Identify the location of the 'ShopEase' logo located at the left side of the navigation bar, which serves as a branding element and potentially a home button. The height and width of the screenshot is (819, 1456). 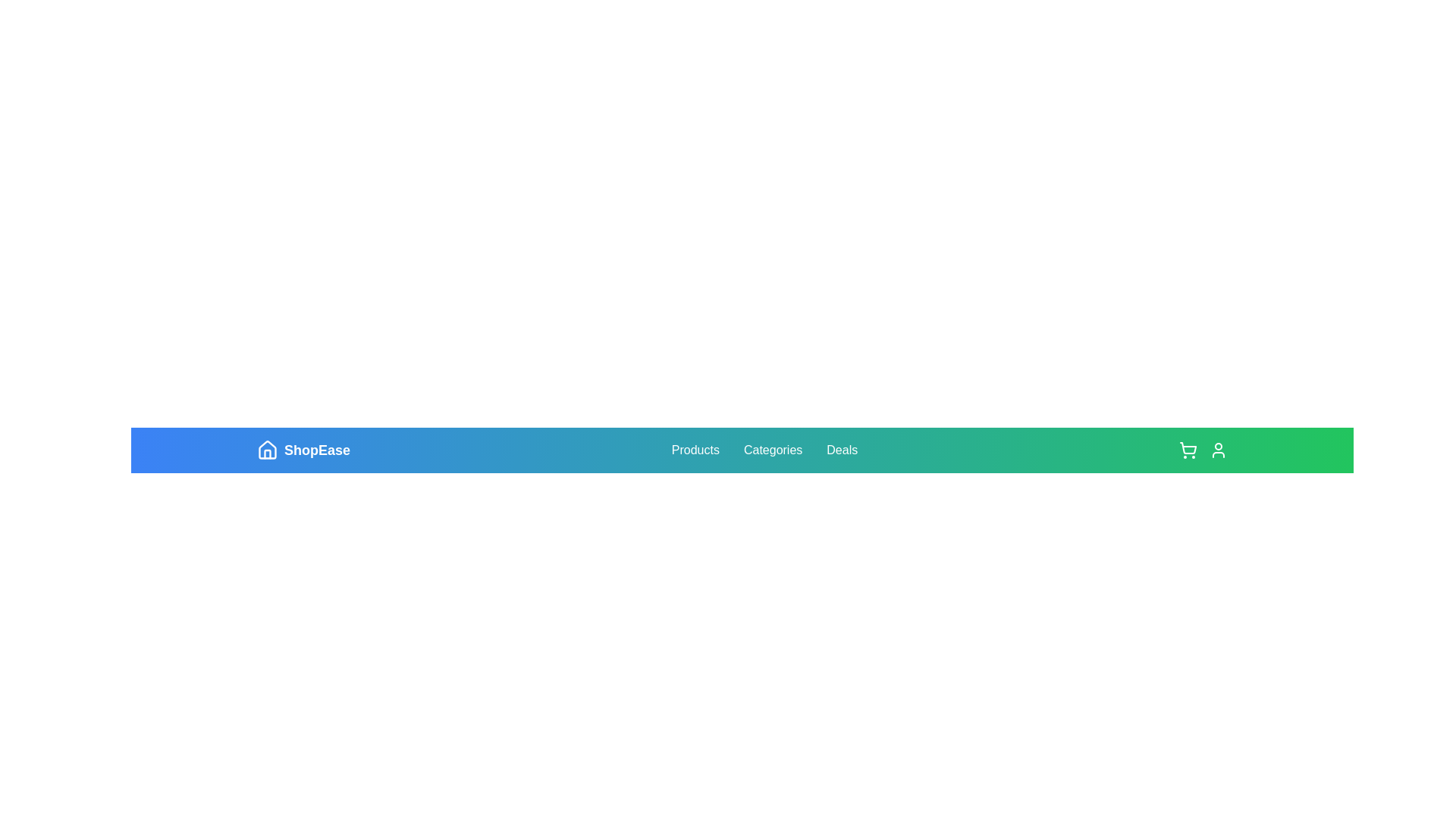
(303, 450).